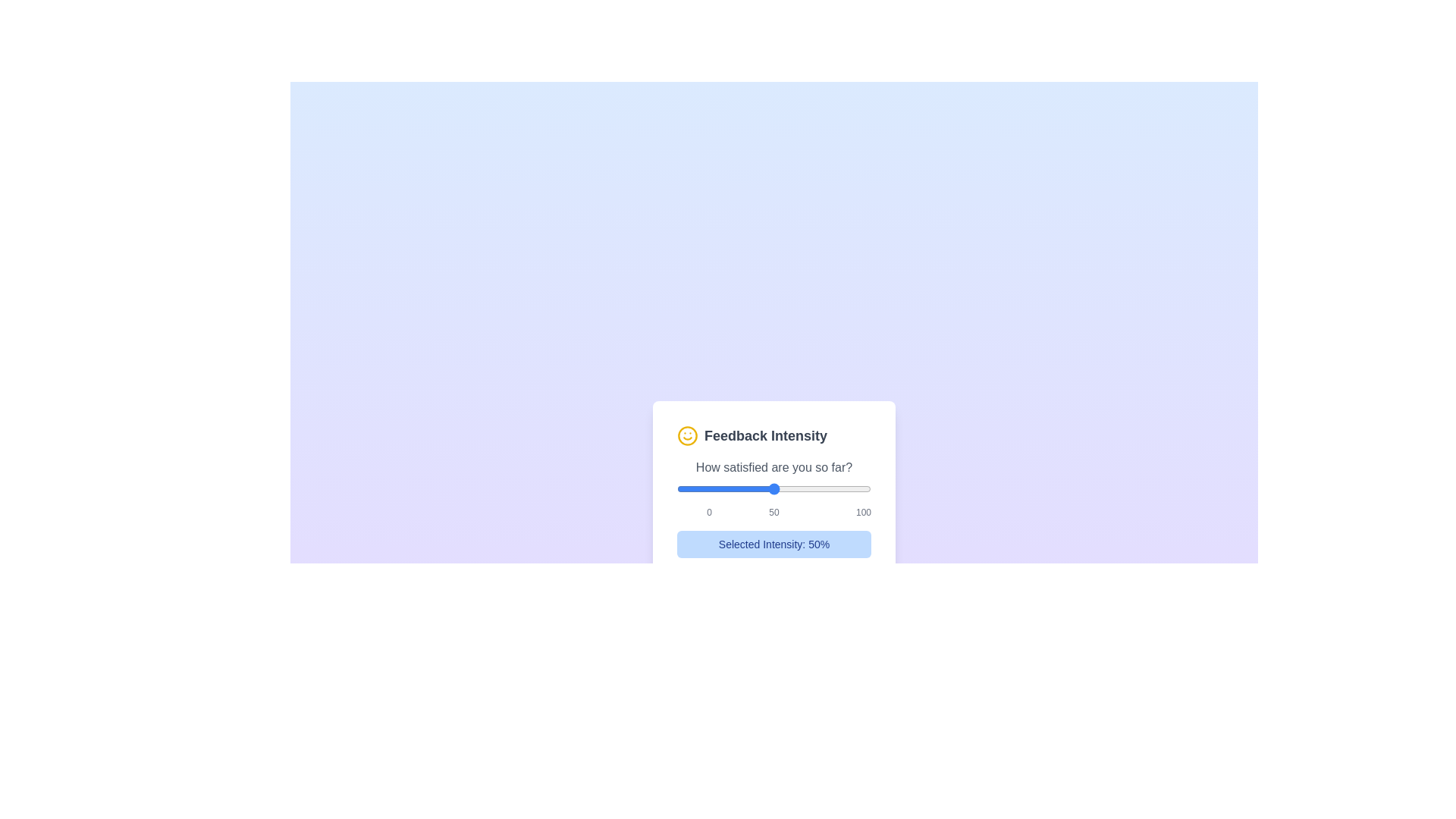 The image size is (1456, 819). What do you see at coordinates (730, 488) in the screenshot?
I see `the slider to set the satisfaction value to 27` at bounding box center [730, 488].